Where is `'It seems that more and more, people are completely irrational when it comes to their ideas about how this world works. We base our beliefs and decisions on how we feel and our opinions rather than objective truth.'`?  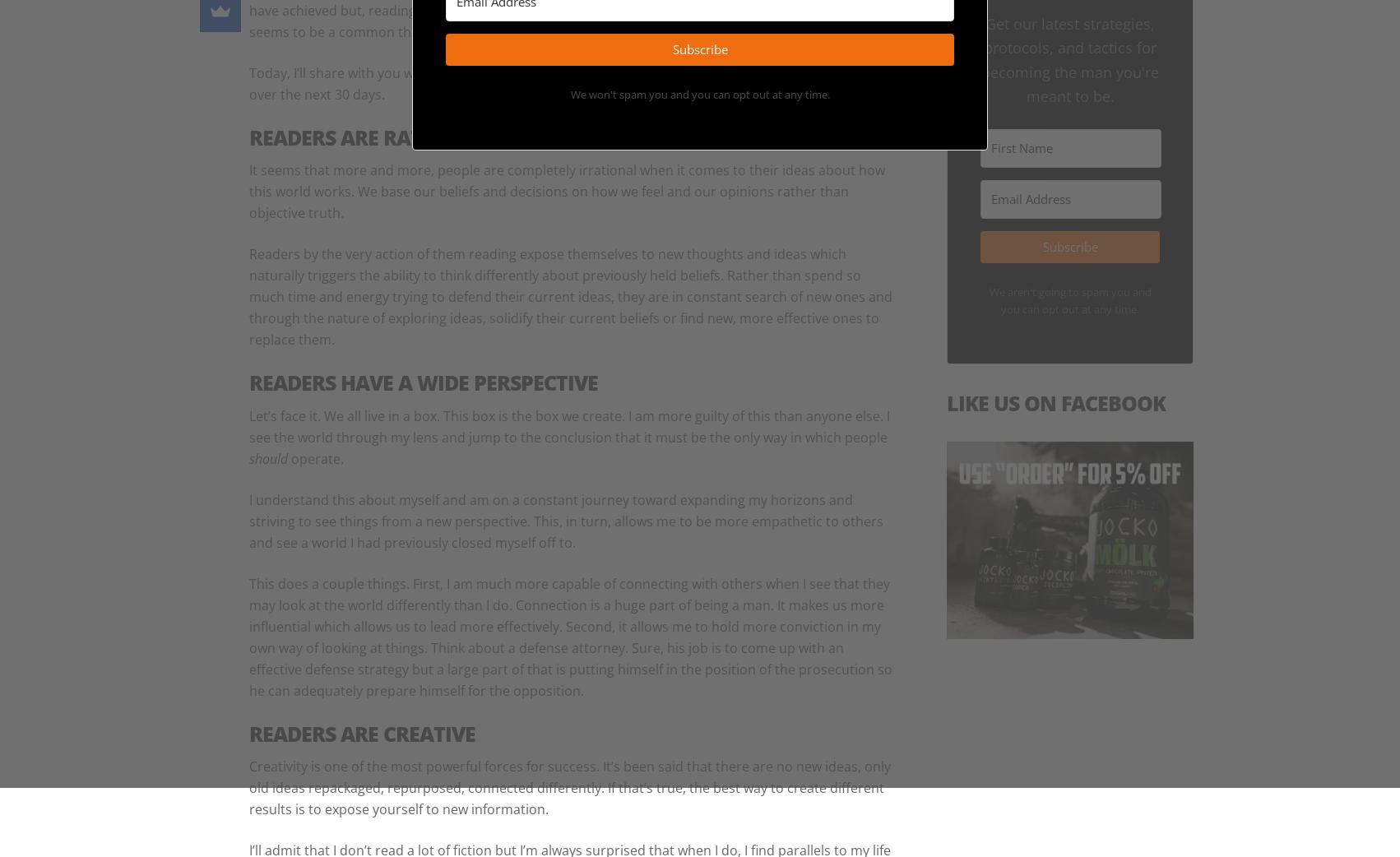
'It seems that more and more, people are completely irrational when it comes to their ideas about how this world works. We base our beliefs and decisions on how we feel and our opinions rather than objective truth.' is located at coordinates (567, 190).